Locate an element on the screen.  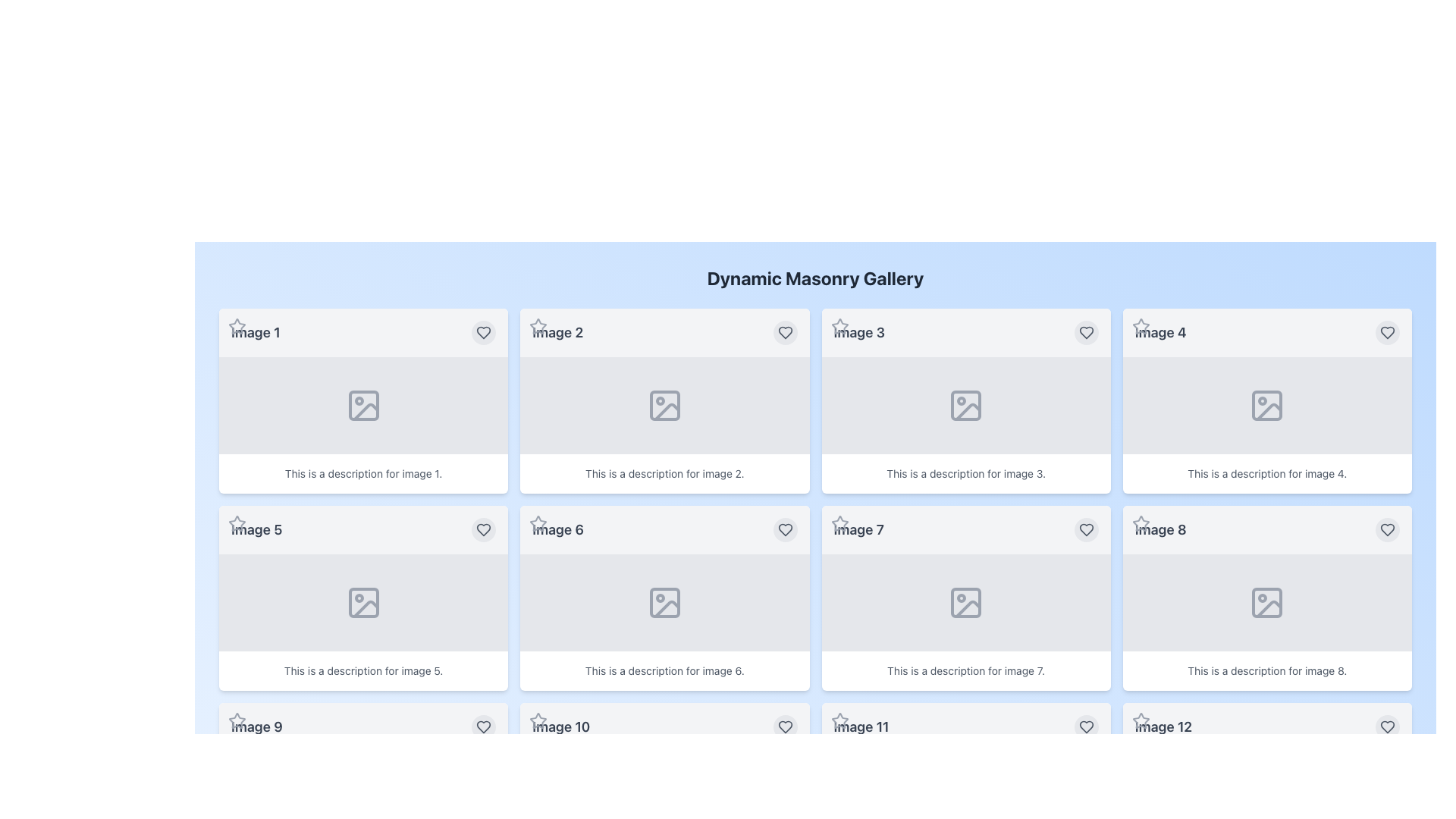
the star icon located in the top-left corner of the card labeled 'Image 4' to mark the item as a favorite is located at coordinates (1140, 325).